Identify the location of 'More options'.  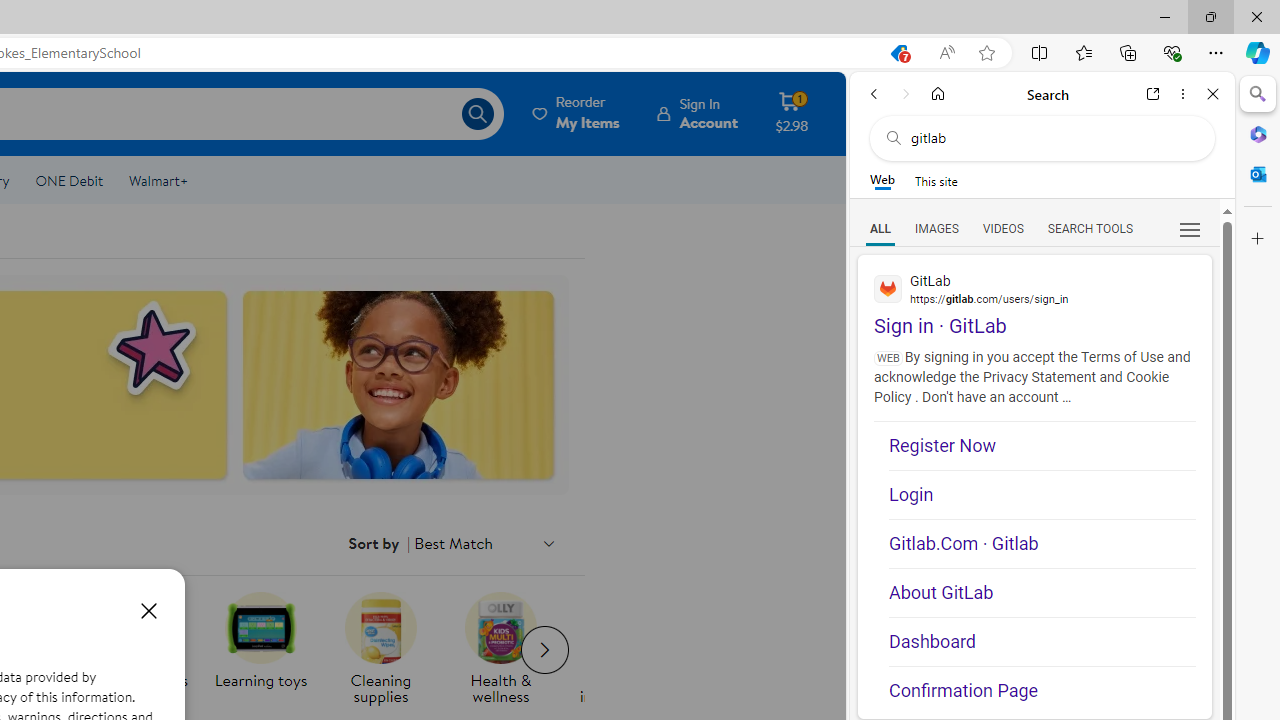
(1182, 93).